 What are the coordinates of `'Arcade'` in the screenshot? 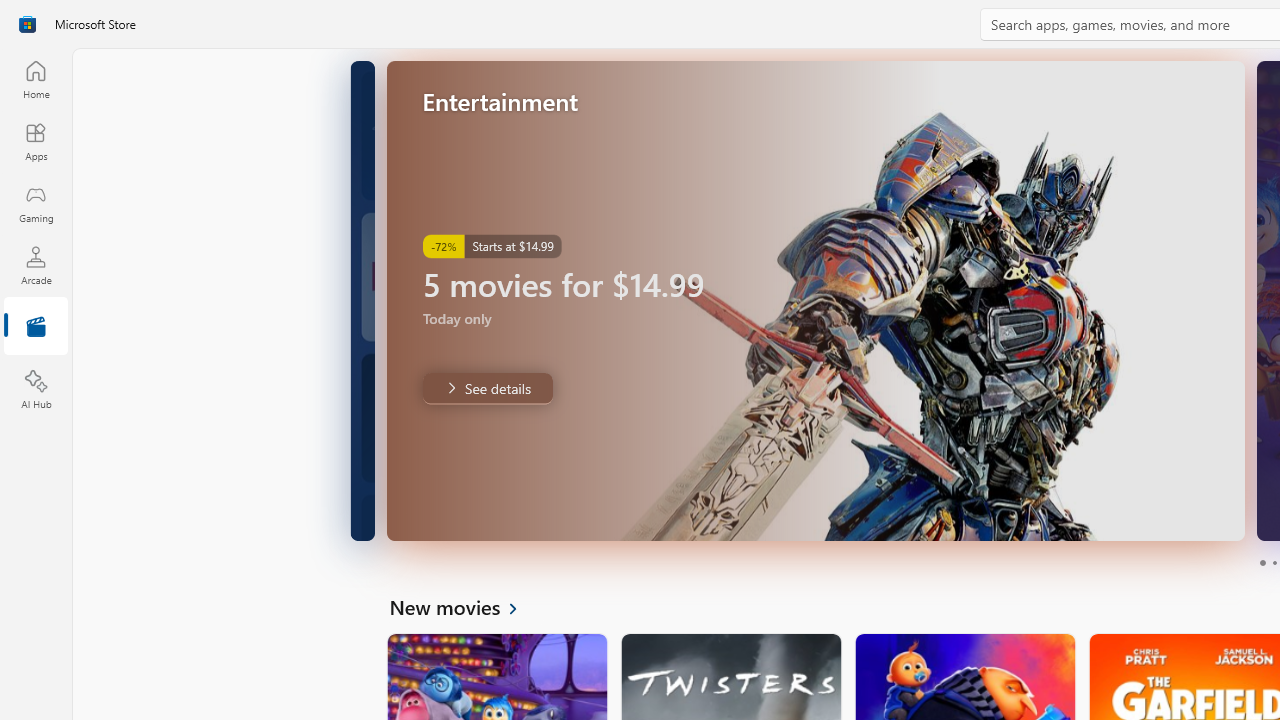 It's located at (35, 264).